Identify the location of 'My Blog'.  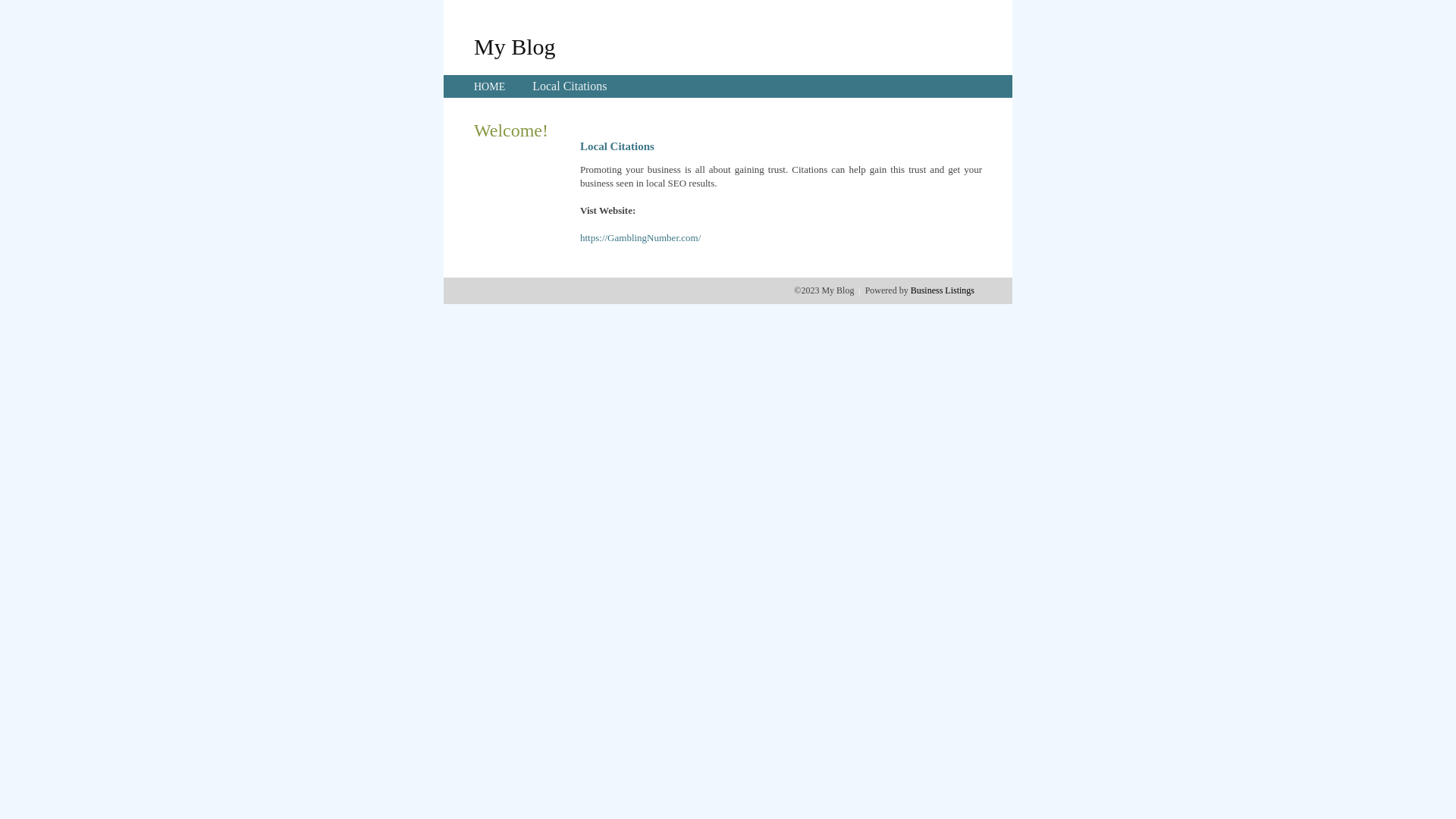
(514, 45).